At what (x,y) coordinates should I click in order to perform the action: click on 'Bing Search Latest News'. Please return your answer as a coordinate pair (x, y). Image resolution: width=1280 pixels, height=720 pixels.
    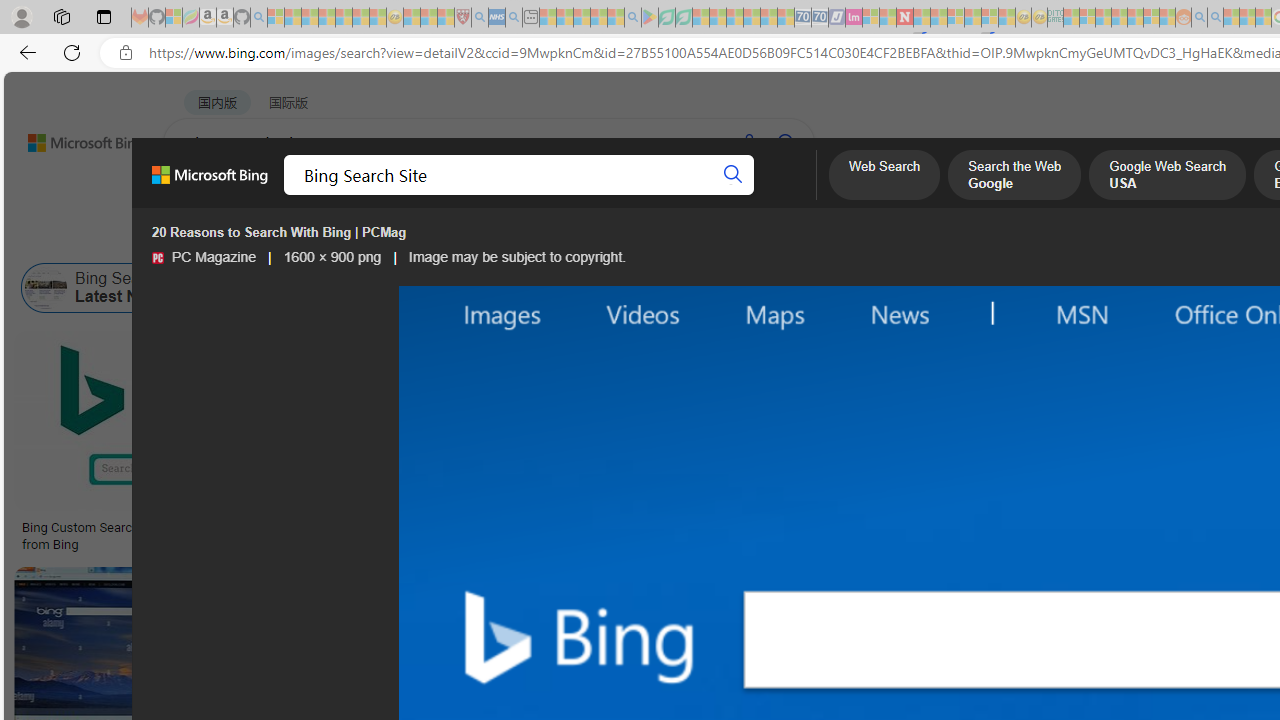
    Looking at the image, I should click on (46, 288).